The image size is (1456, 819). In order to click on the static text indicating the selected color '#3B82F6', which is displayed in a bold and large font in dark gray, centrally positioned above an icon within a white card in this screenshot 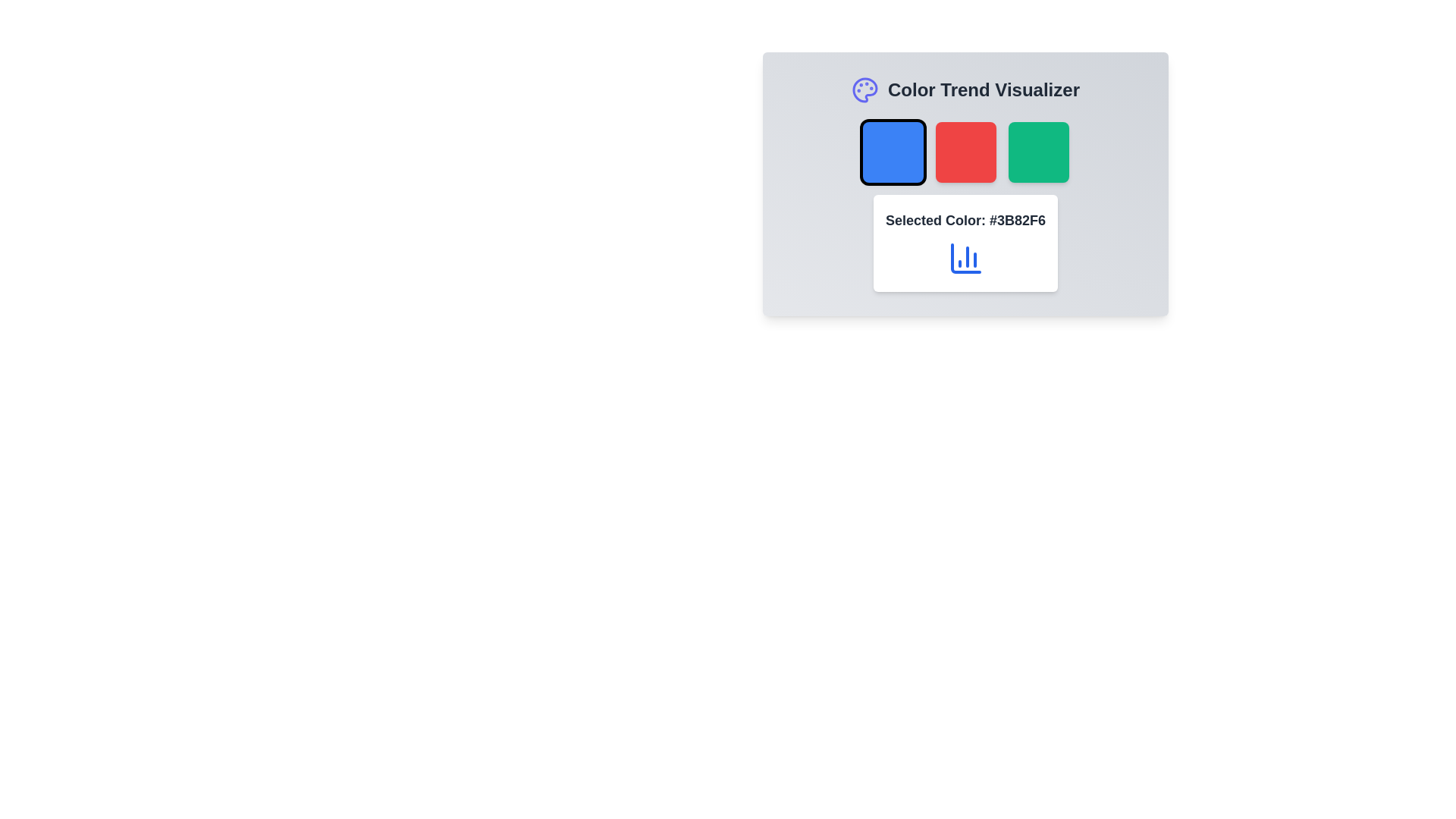, I will do `click(965, 220)`.